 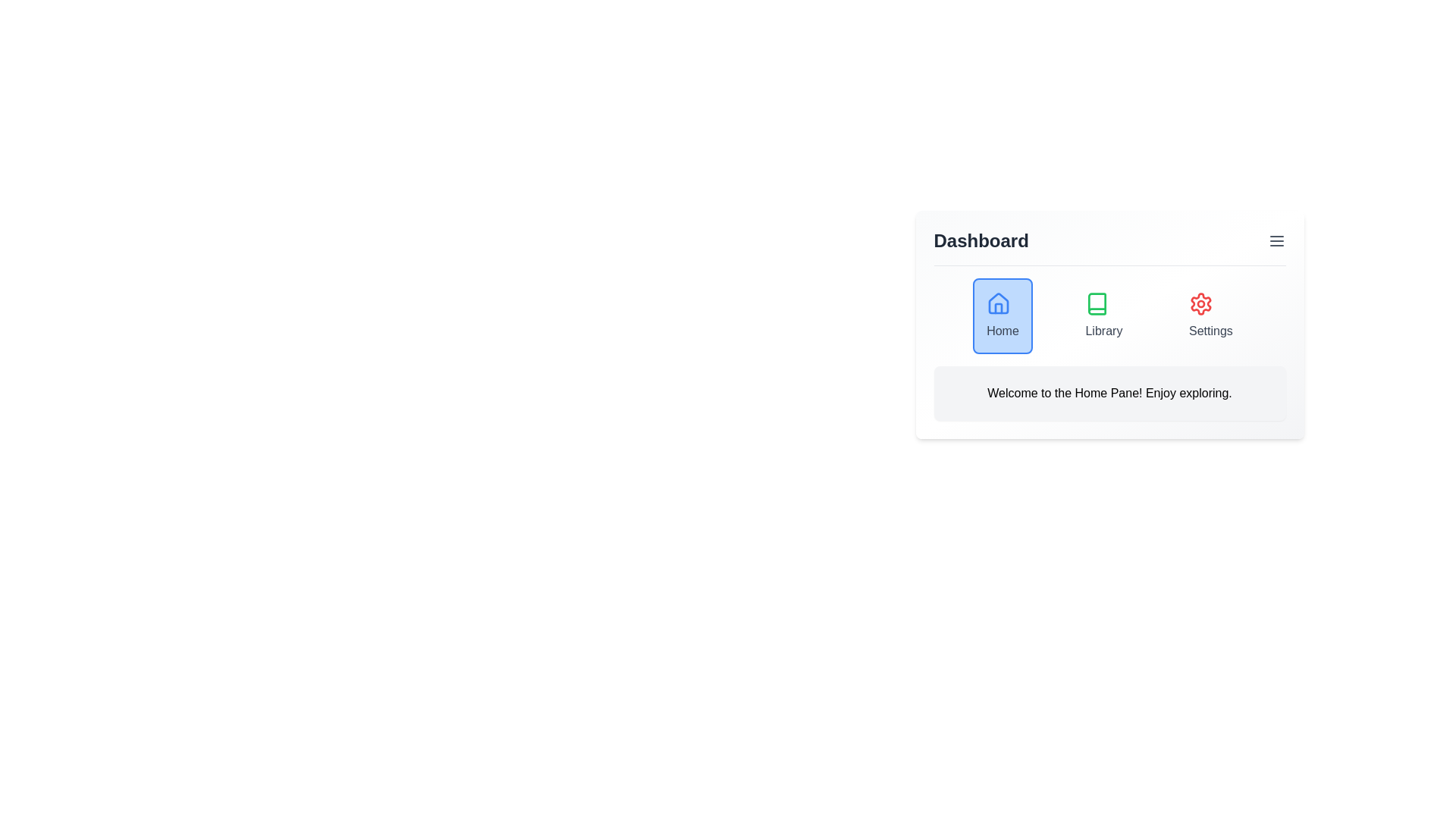 What do you see at coordinates (1003, 330) in the screenshot?
I see `text label displaying 'Home', which is styled in gray and positioned within a blue button located towards the left side of a horizontal list of buttons` at bounding box center [1003, 330].